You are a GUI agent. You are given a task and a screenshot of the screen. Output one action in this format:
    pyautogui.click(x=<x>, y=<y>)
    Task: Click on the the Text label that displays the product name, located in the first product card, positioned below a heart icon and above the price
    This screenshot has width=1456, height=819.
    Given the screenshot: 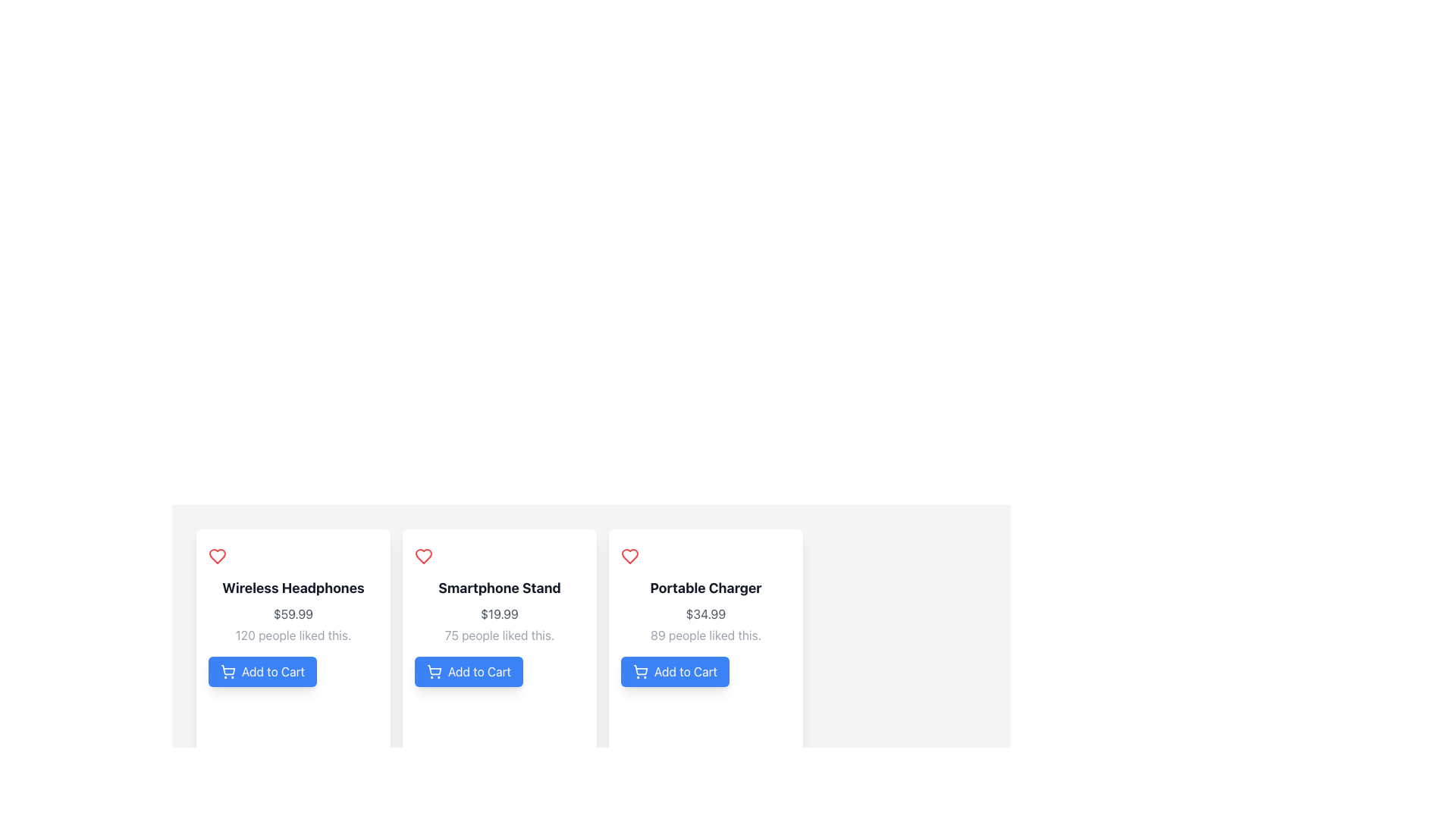 What is the action you would take?
    pyautogui.click(x=293, y=587)
    